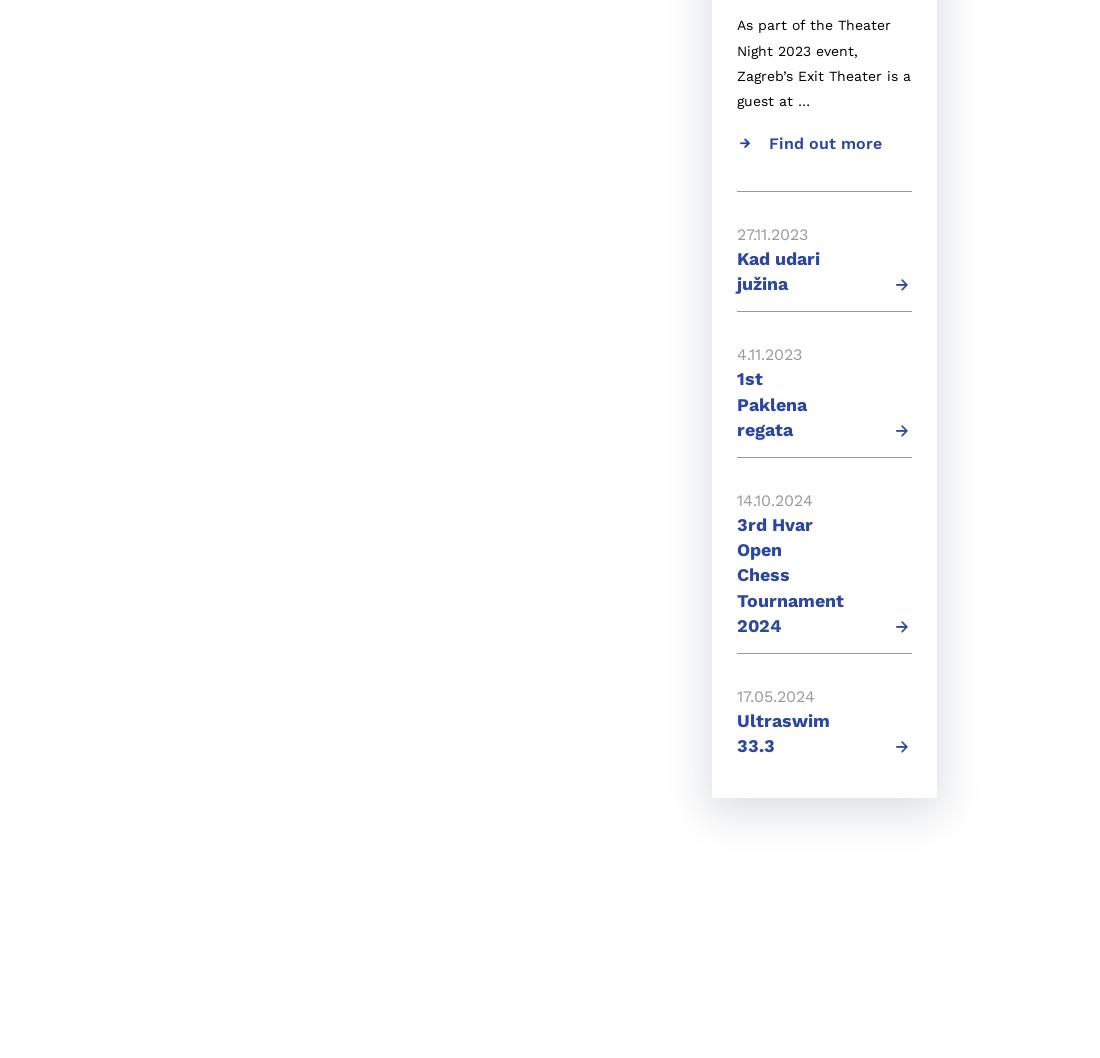  I want to click on 'Kad udari južina', so click(736, 269).